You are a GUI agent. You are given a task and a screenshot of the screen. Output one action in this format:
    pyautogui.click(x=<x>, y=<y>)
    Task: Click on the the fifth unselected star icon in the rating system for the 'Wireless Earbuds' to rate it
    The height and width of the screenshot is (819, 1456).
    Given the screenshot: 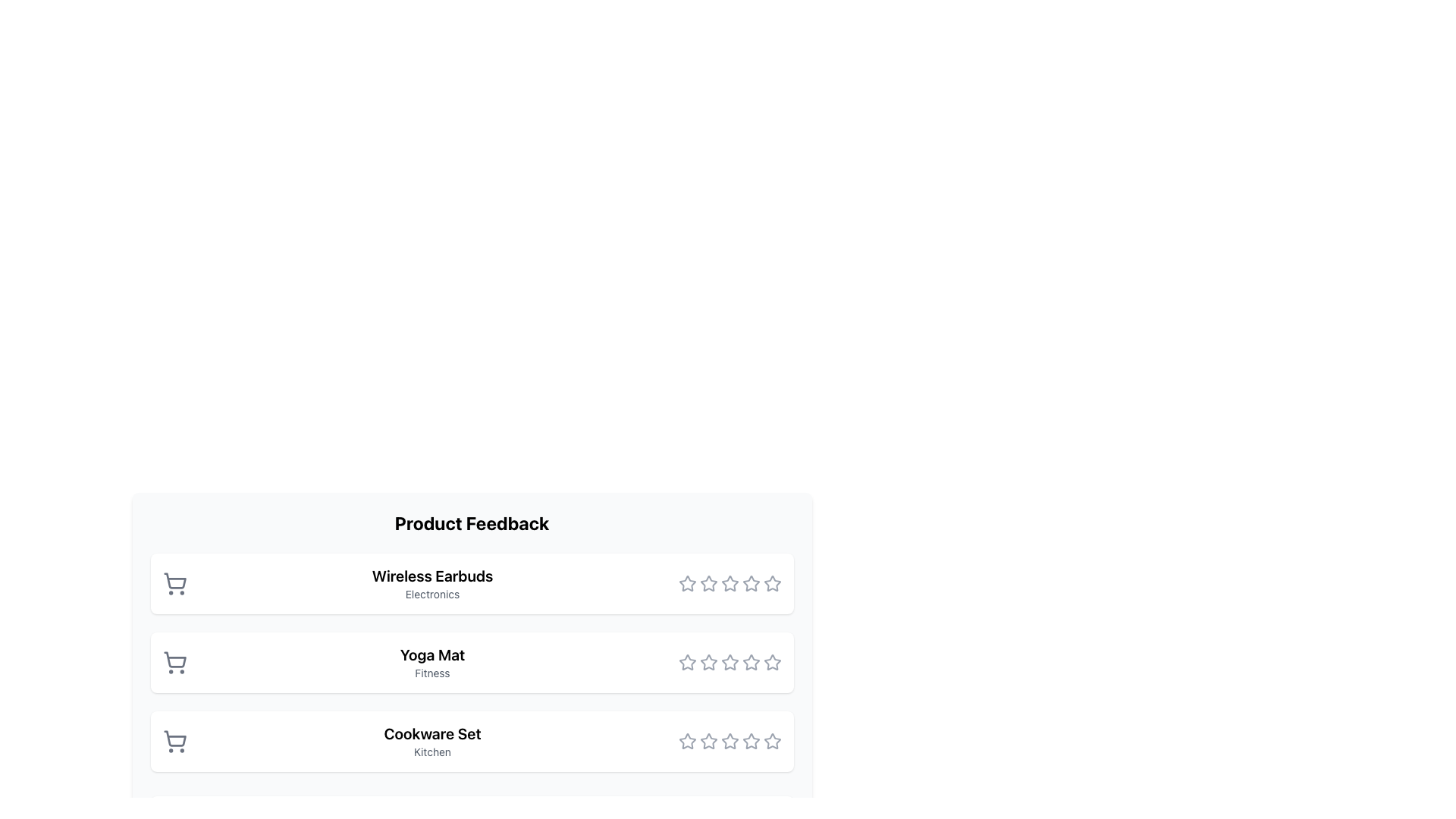 What is the action you would take?
    pyautogui.click(x=772, y=583)
    